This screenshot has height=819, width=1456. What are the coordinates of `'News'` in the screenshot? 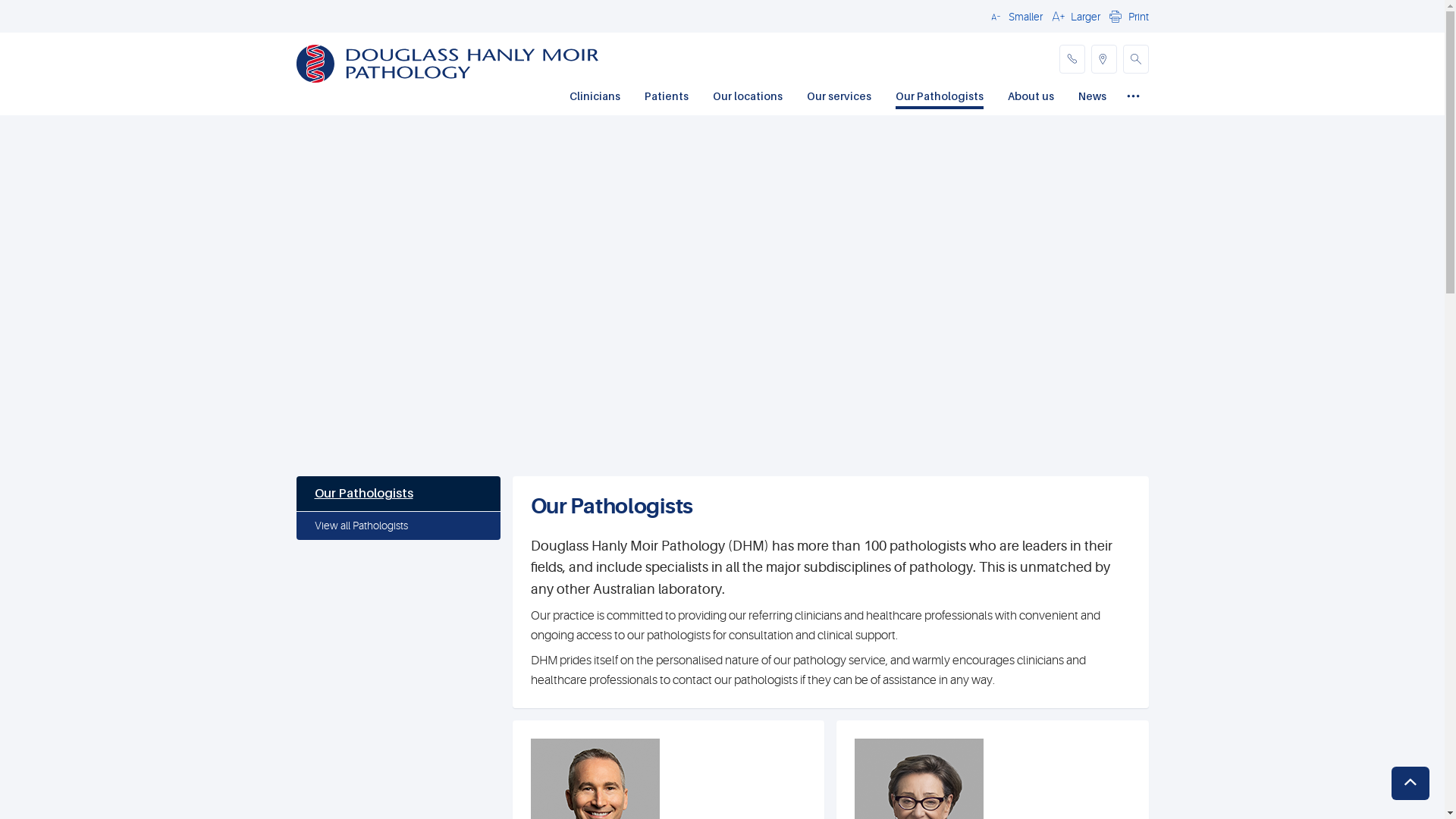 It's located at (1092, 97).